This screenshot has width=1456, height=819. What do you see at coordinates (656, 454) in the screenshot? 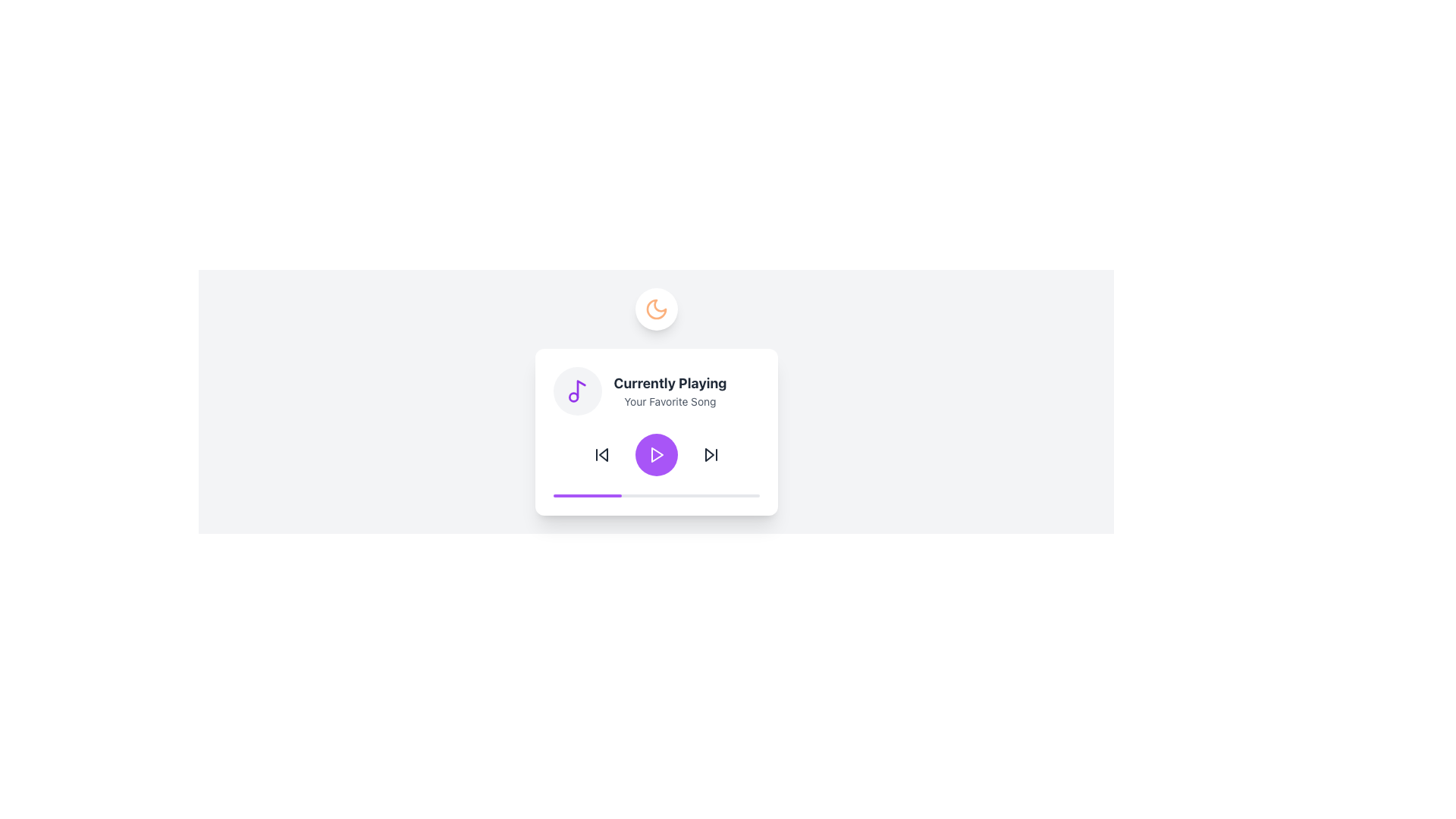
I see `the play icon, which is a right-angled triangle located at the center of a circular button in the audio player interface` at bounding box center [656, 454].